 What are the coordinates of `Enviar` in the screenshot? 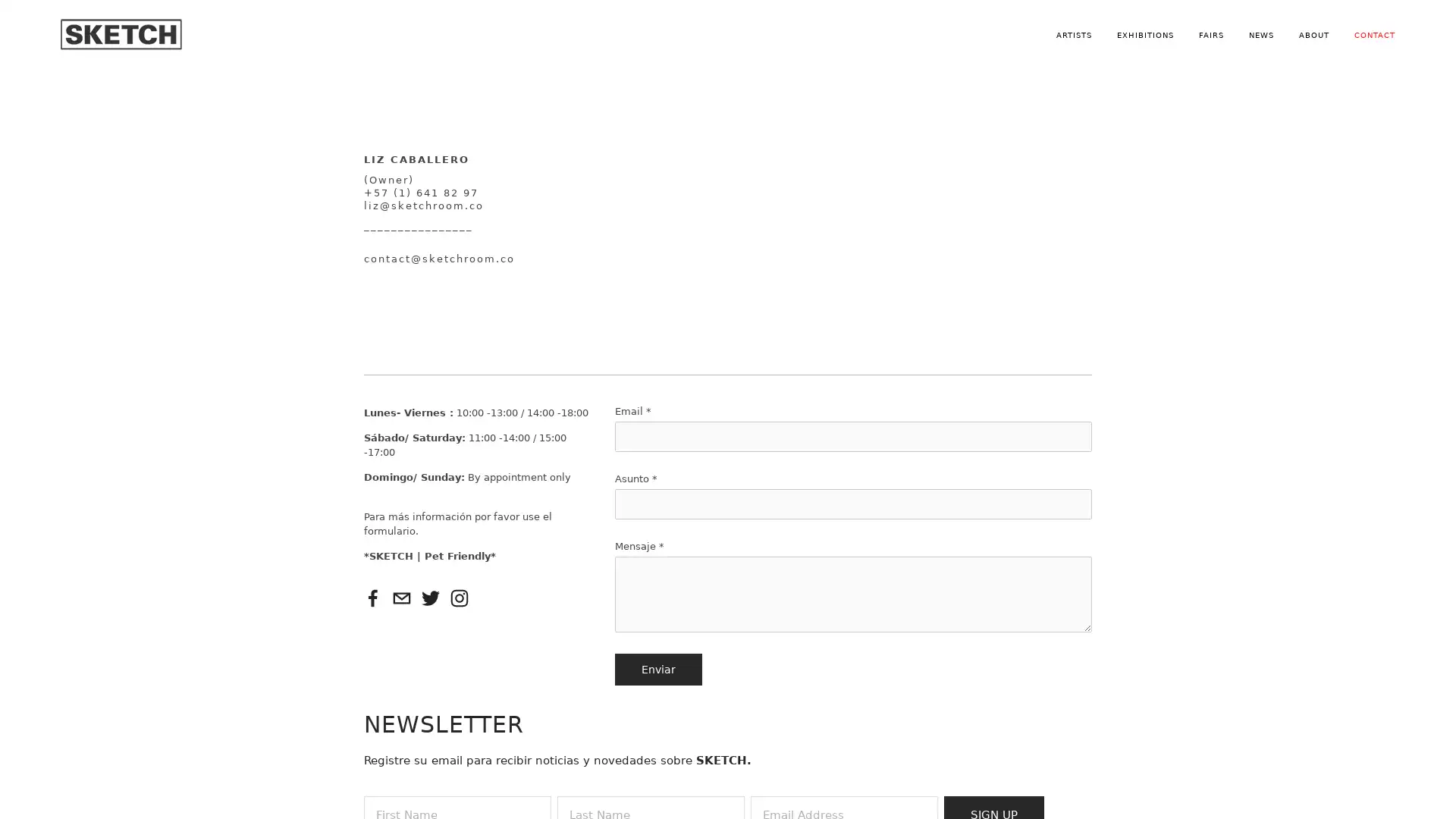 It's located at (658, 669).